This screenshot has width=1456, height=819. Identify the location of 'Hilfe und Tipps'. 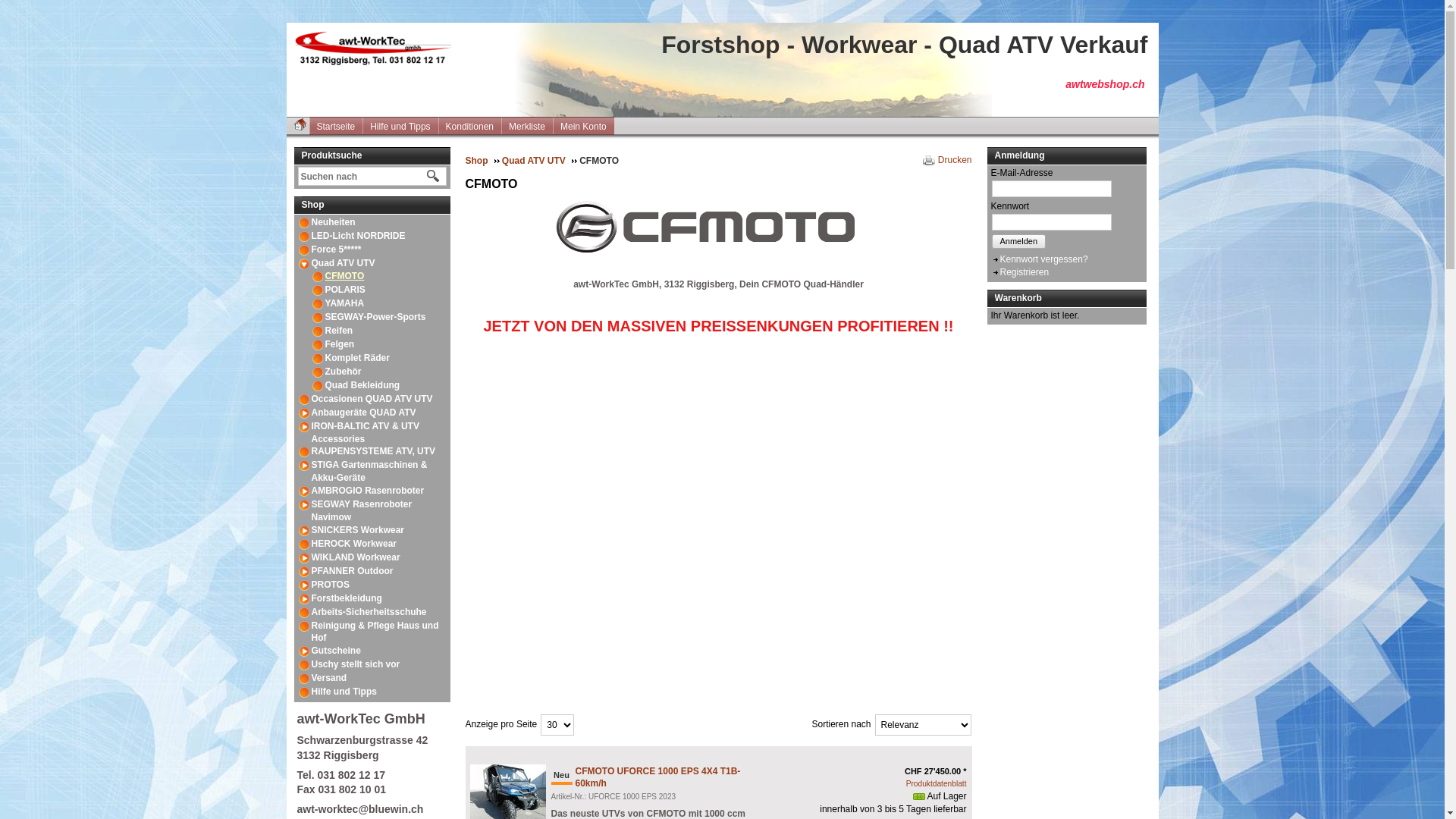
(403, 125).